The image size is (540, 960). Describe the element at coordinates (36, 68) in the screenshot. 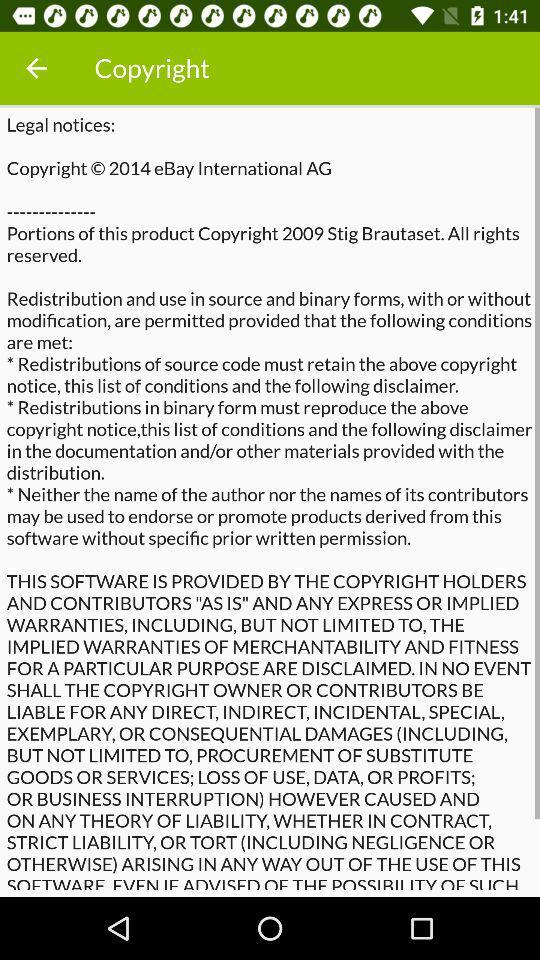

I see `item to the left of copyright` at that location.